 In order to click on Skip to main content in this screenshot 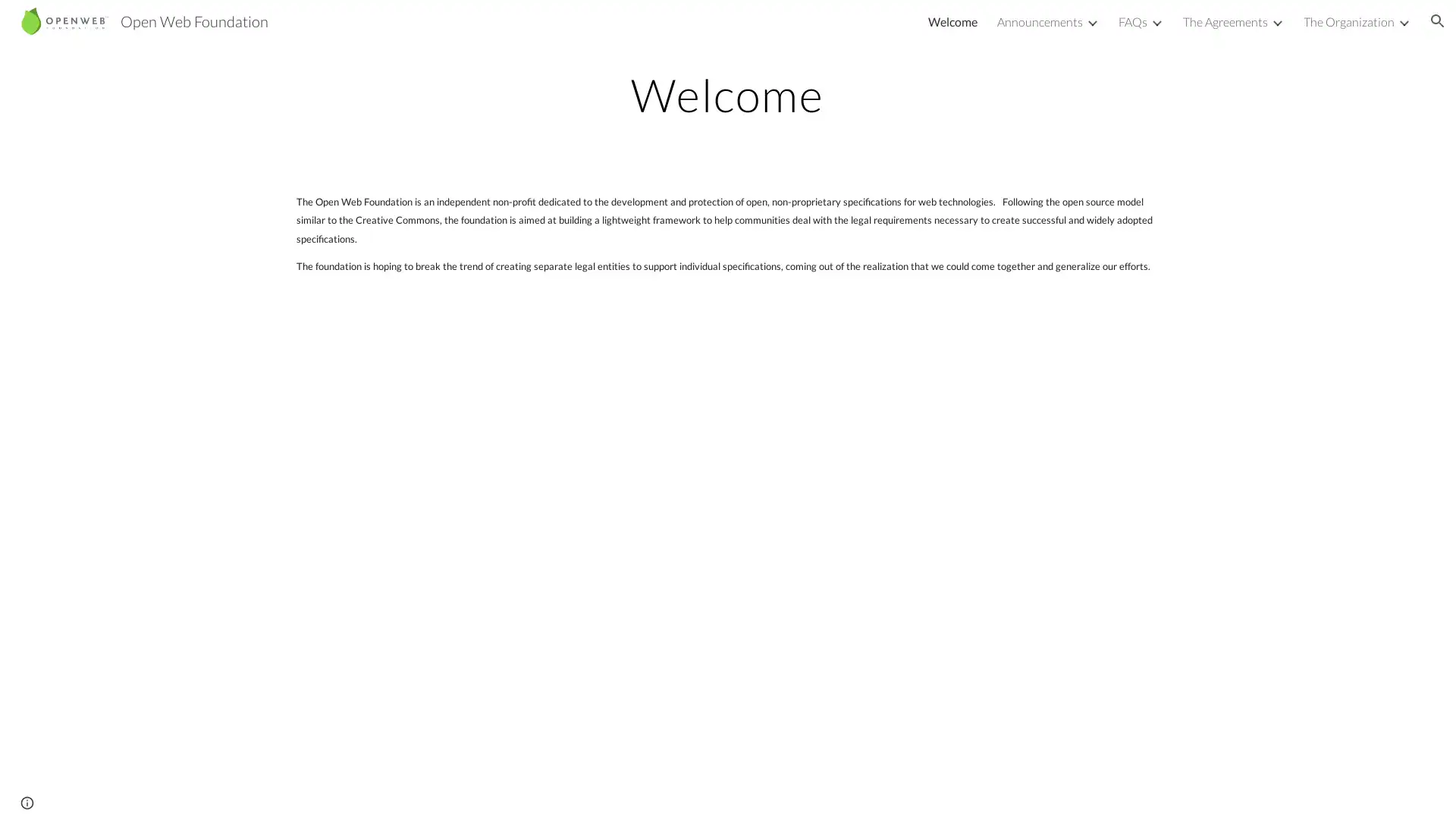, I will do `click(597, 28)`.